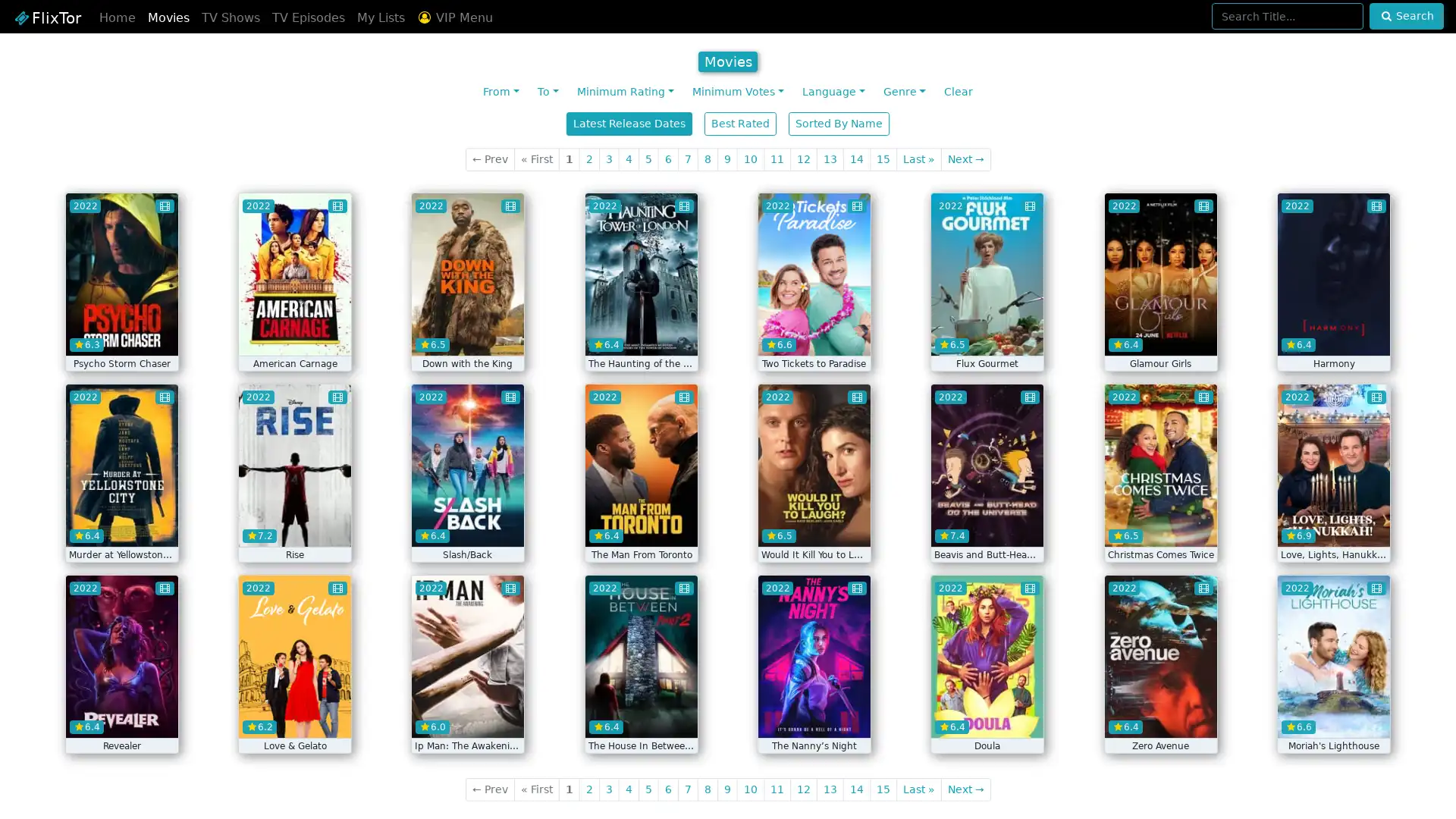 The image size is (1456, 819). I want to click on Watch Now, so click(1332, 716).